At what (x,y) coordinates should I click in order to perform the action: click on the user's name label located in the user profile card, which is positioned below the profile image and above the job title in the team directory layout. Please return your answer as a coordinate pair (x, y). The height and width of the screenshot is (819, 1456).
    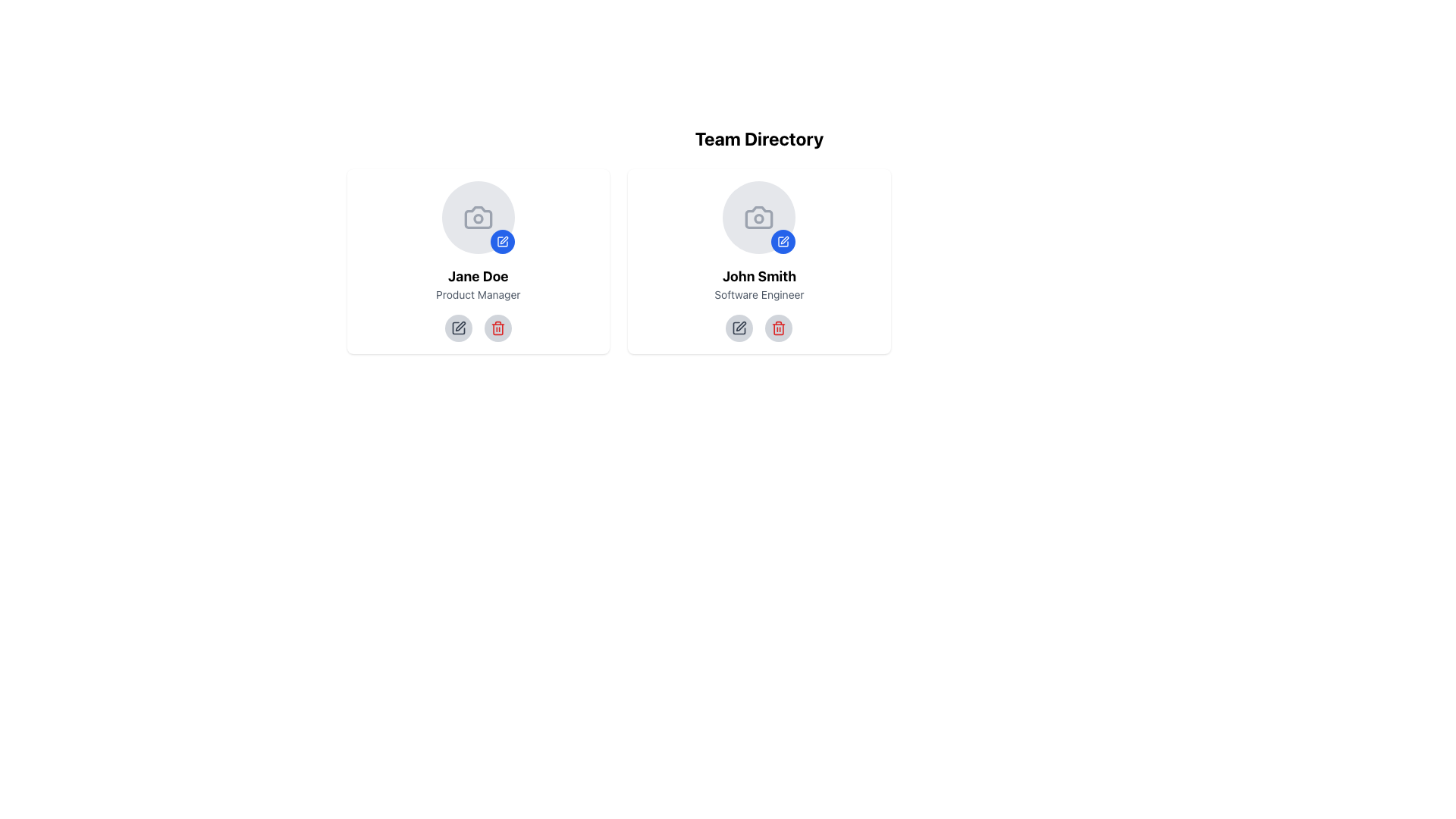
    Looking at the image, I should click on (759, 277).